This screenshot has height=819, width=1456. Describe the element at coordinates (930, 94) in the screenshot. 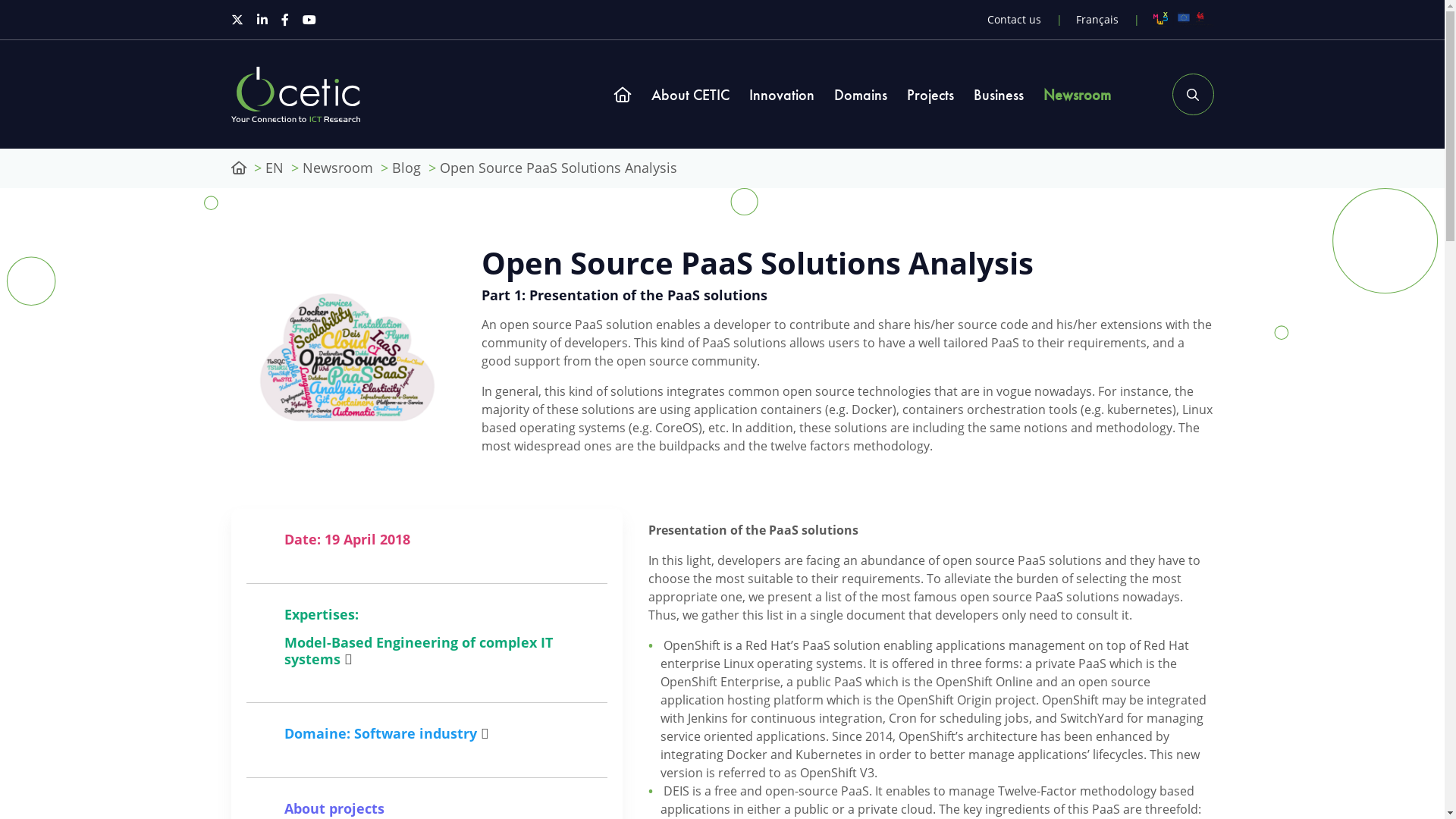

I see `'Projects'` at that location.